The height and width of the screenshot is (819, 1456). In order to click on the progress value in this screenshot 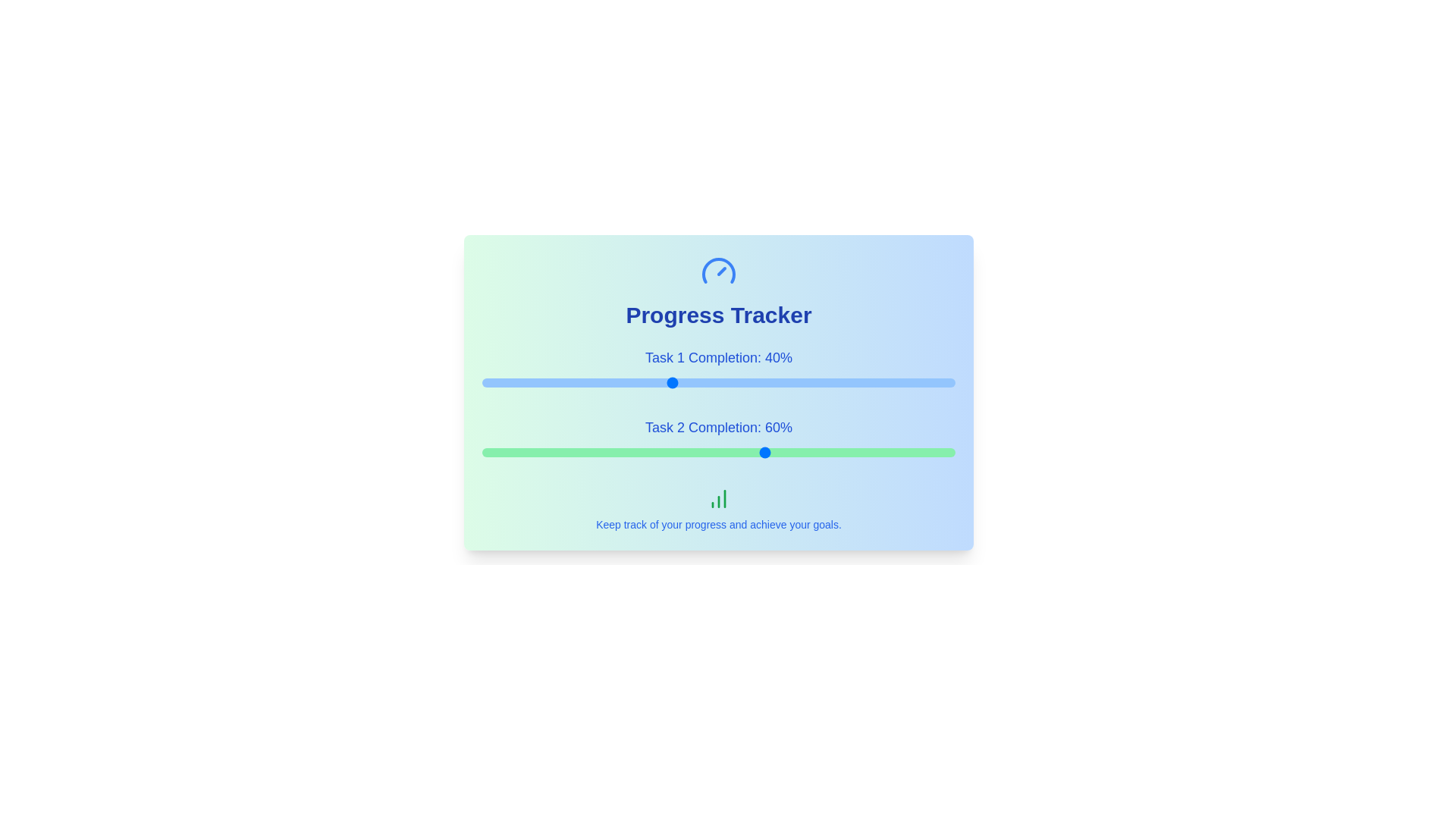, I will do `click(643, 382)`.